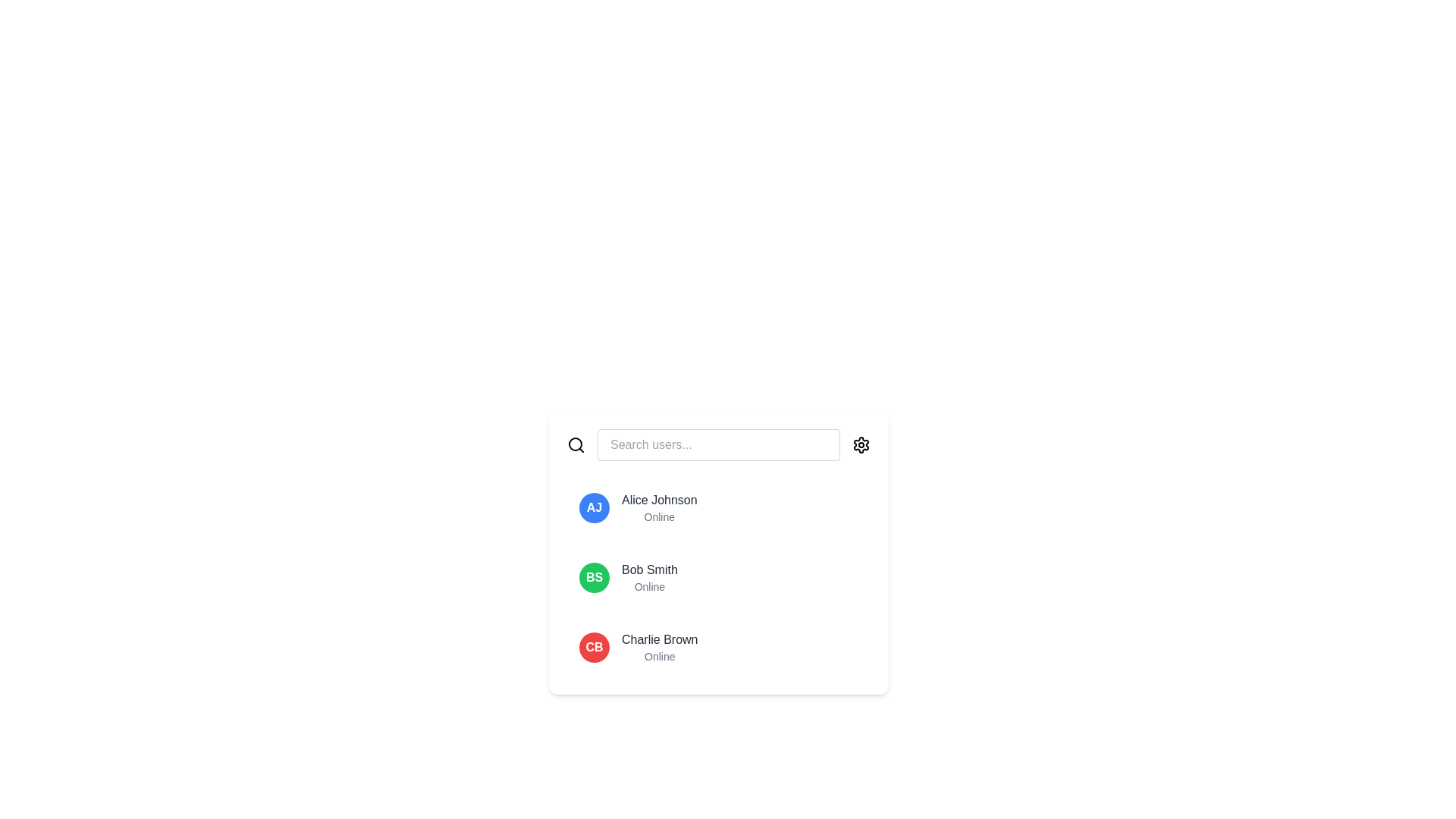 This screenshot has height=819, width=1456. I want to click on the Text Display element showing 'Bob Smith' and 'Online', which is located between 'Alice Johnson' and 'Charlie Brown' in the list, so click(649, 578).